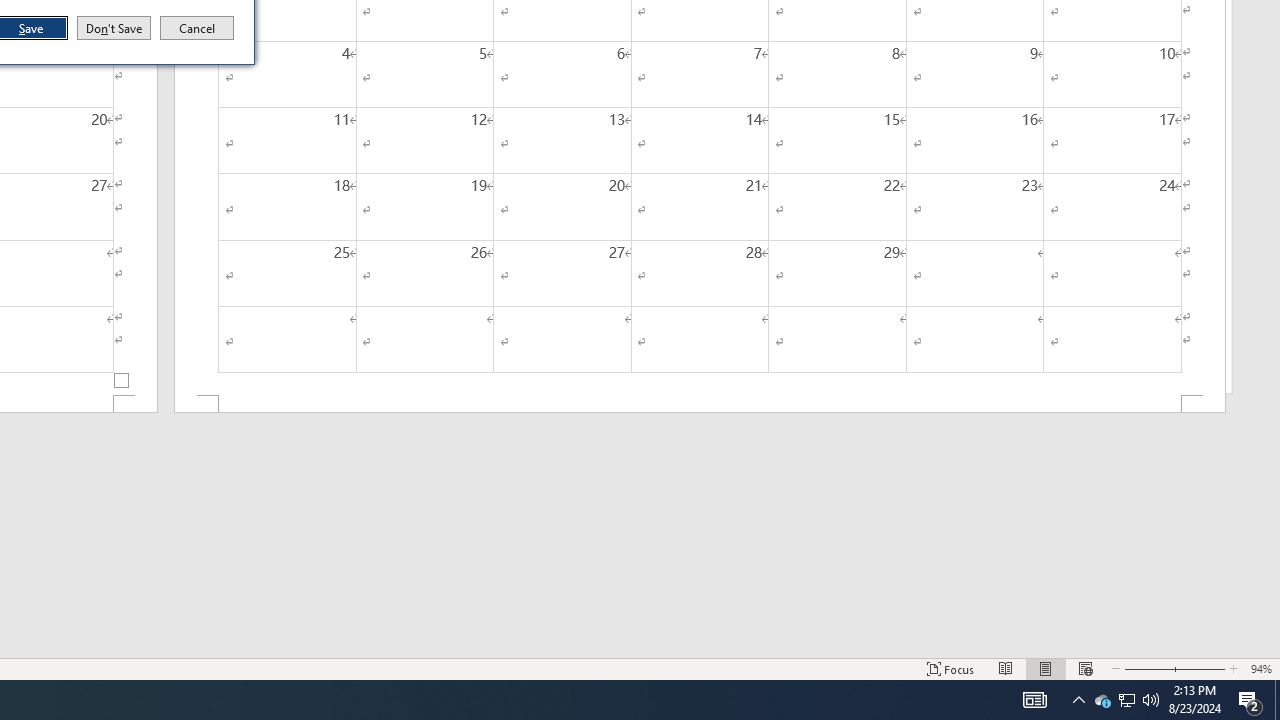  I want to click on 'Zoom Out', so click(1147, 669).